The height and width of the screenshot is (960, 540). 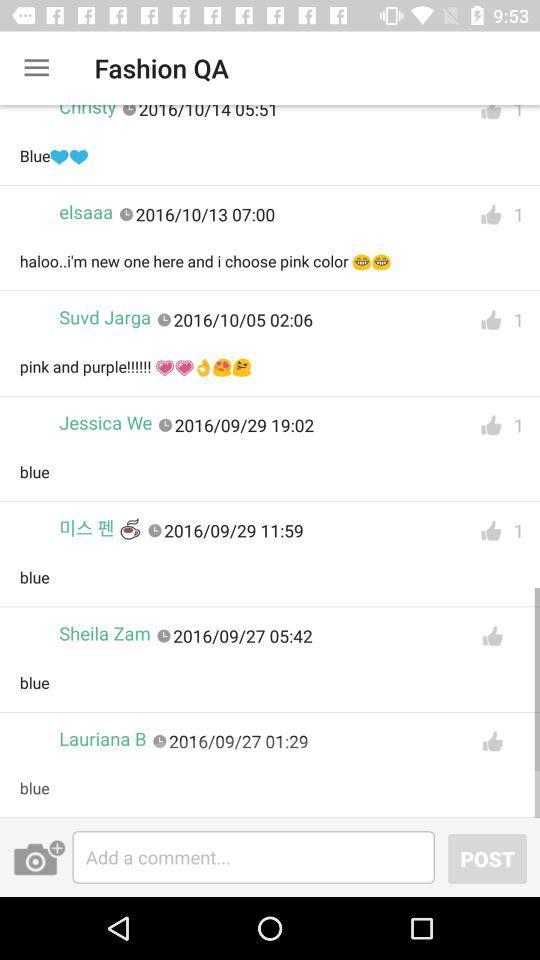 What do you see at coordinates (491, 635) in the screenshot?
I see `to like this option` at bounding box center [491, 635].